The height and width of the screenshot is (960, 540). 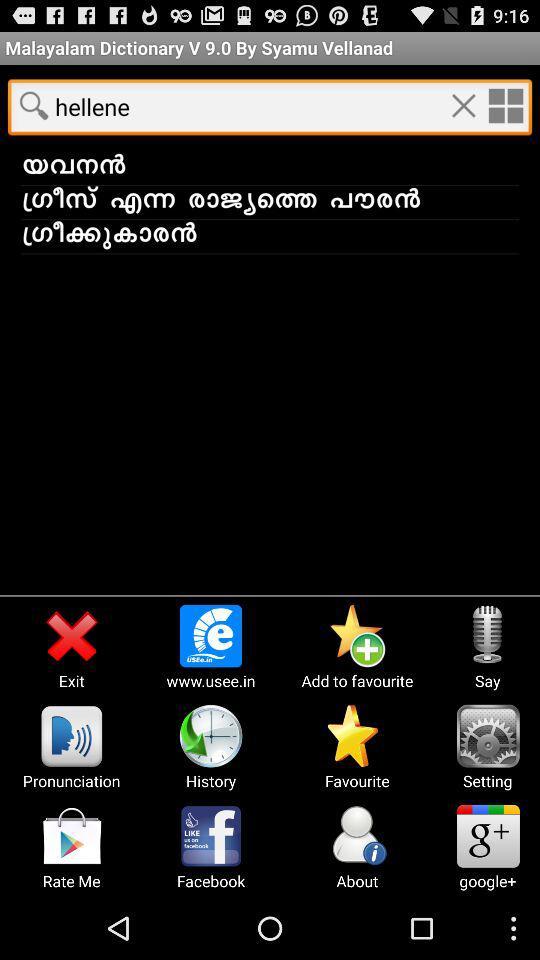 What do you see at coordinates (463, 105) in the screenshot?
I see `delete button` at bounding box center [463, 105].